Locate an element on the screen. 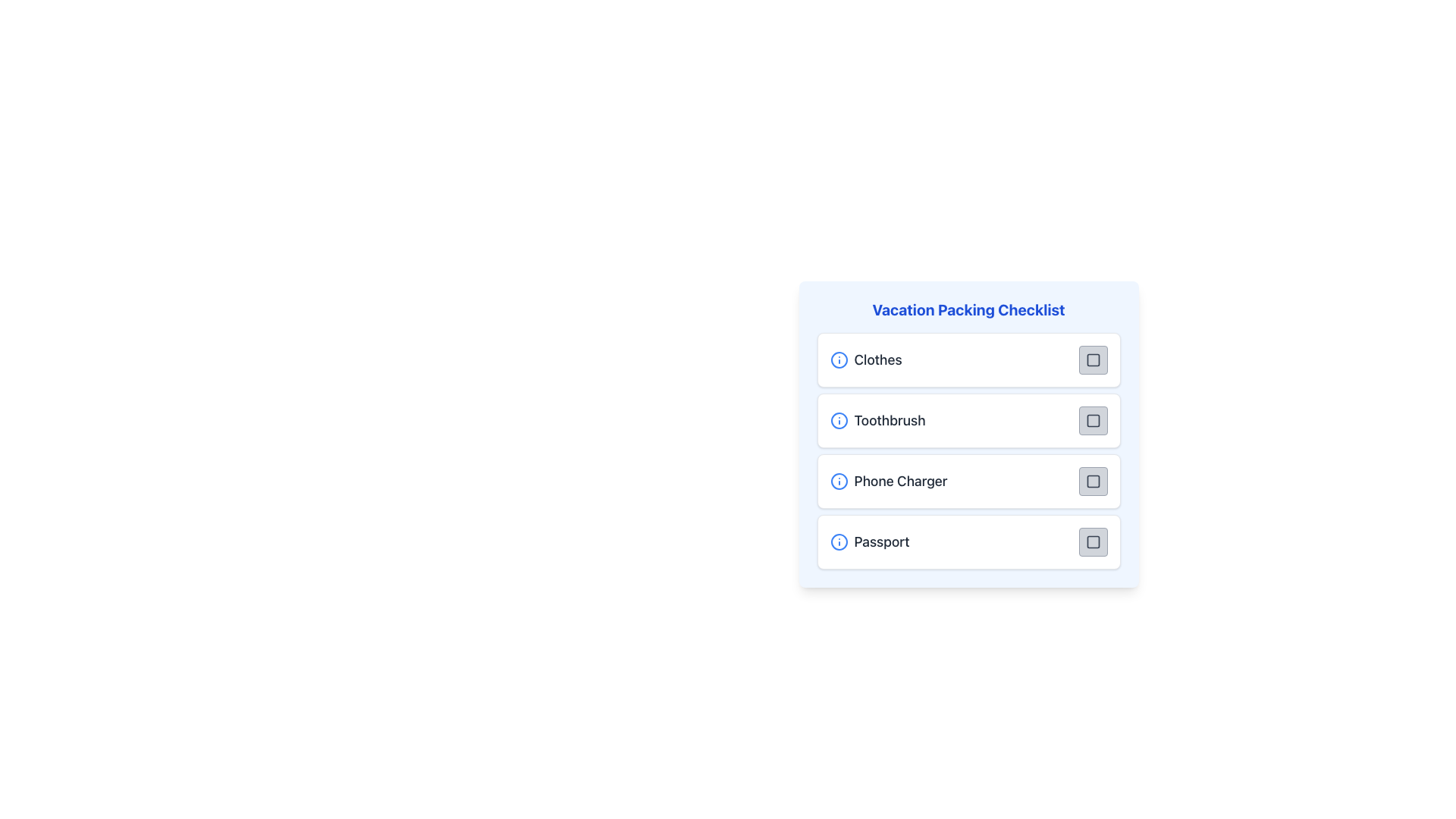 The height and width of the screenshot is (819, 1456). the 'Passport' checklist item in the 'Vacation Packing Checklist' by clicking the associated button to check or uncheck it is located at coordinates (968, 541).